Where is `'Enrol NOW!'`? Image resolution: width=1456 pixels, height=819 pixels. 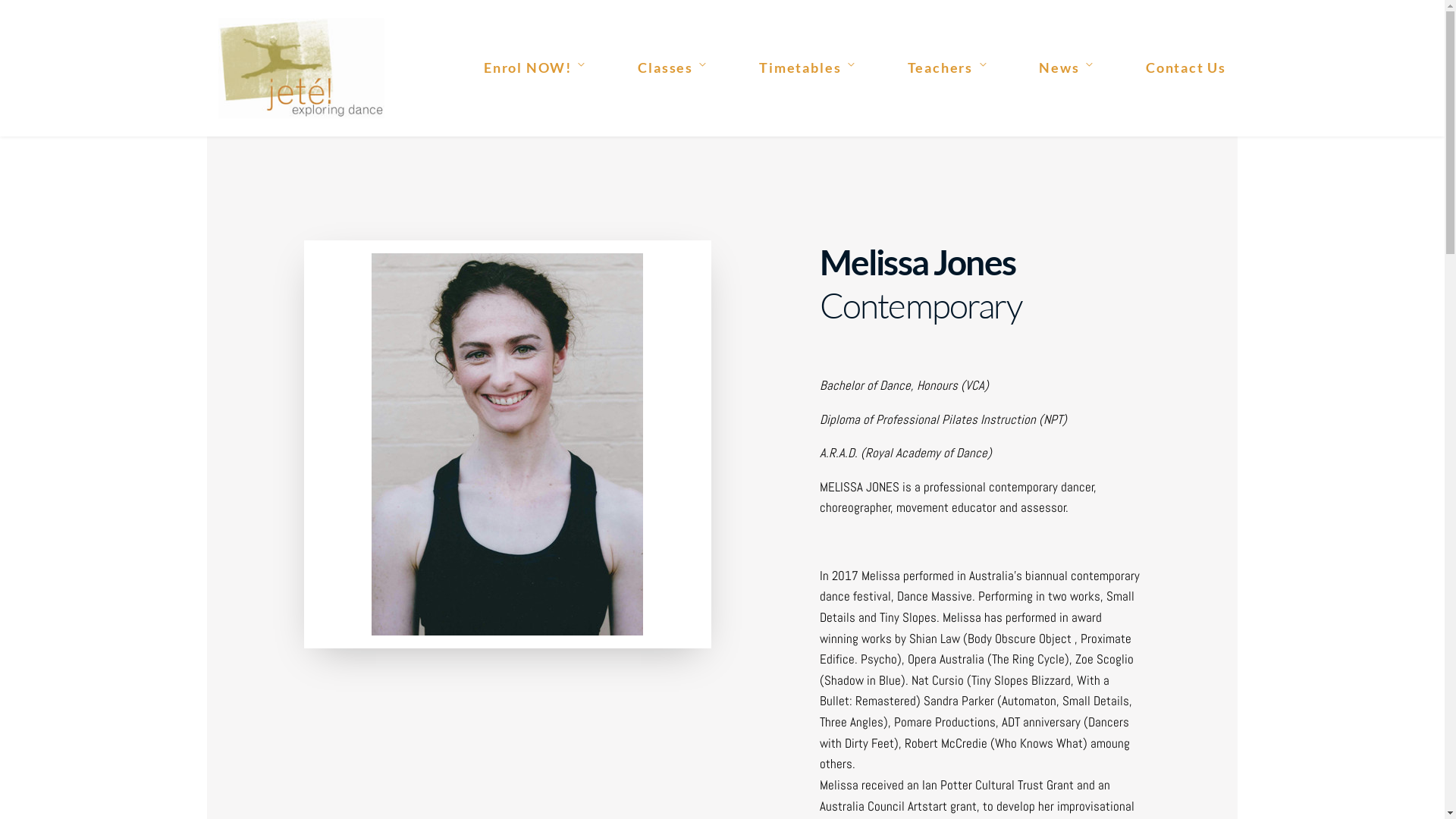
'Enrol NOW!' is located at coordinates (483, 67).